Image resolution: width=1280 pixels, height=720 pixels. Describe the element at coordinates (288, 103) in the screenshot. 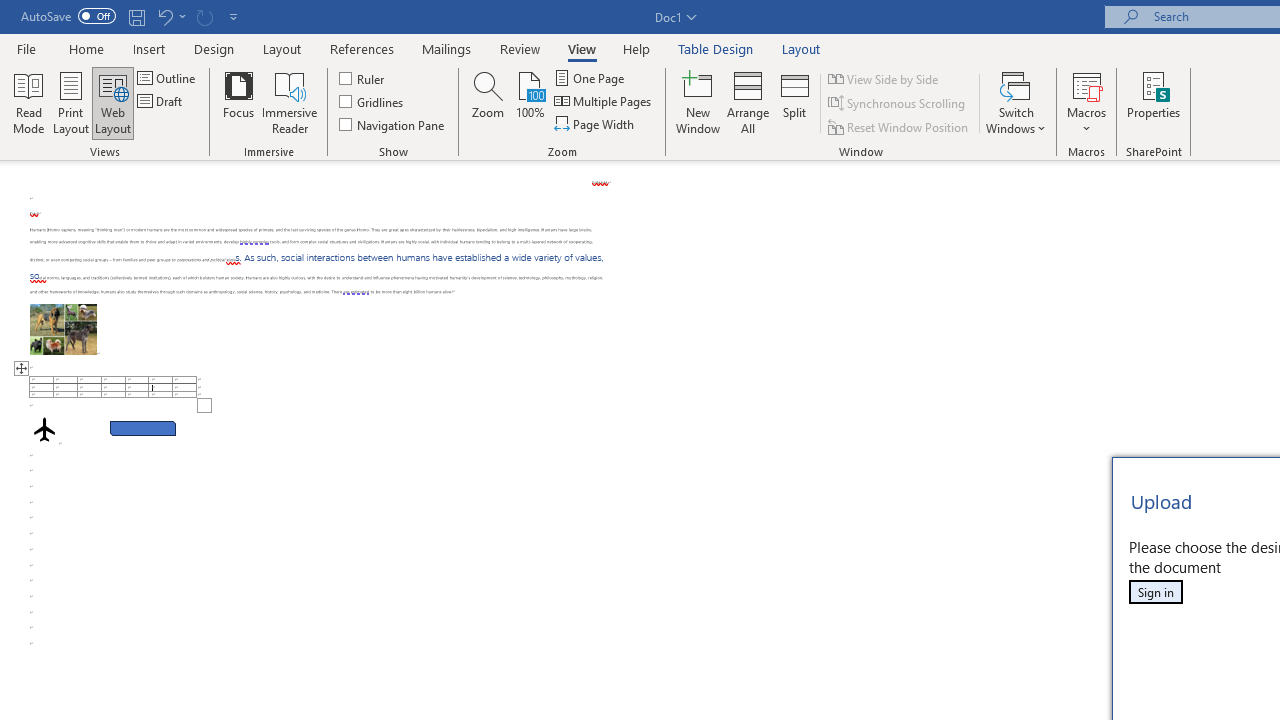

I see `'Immersive Reader'` at that location.